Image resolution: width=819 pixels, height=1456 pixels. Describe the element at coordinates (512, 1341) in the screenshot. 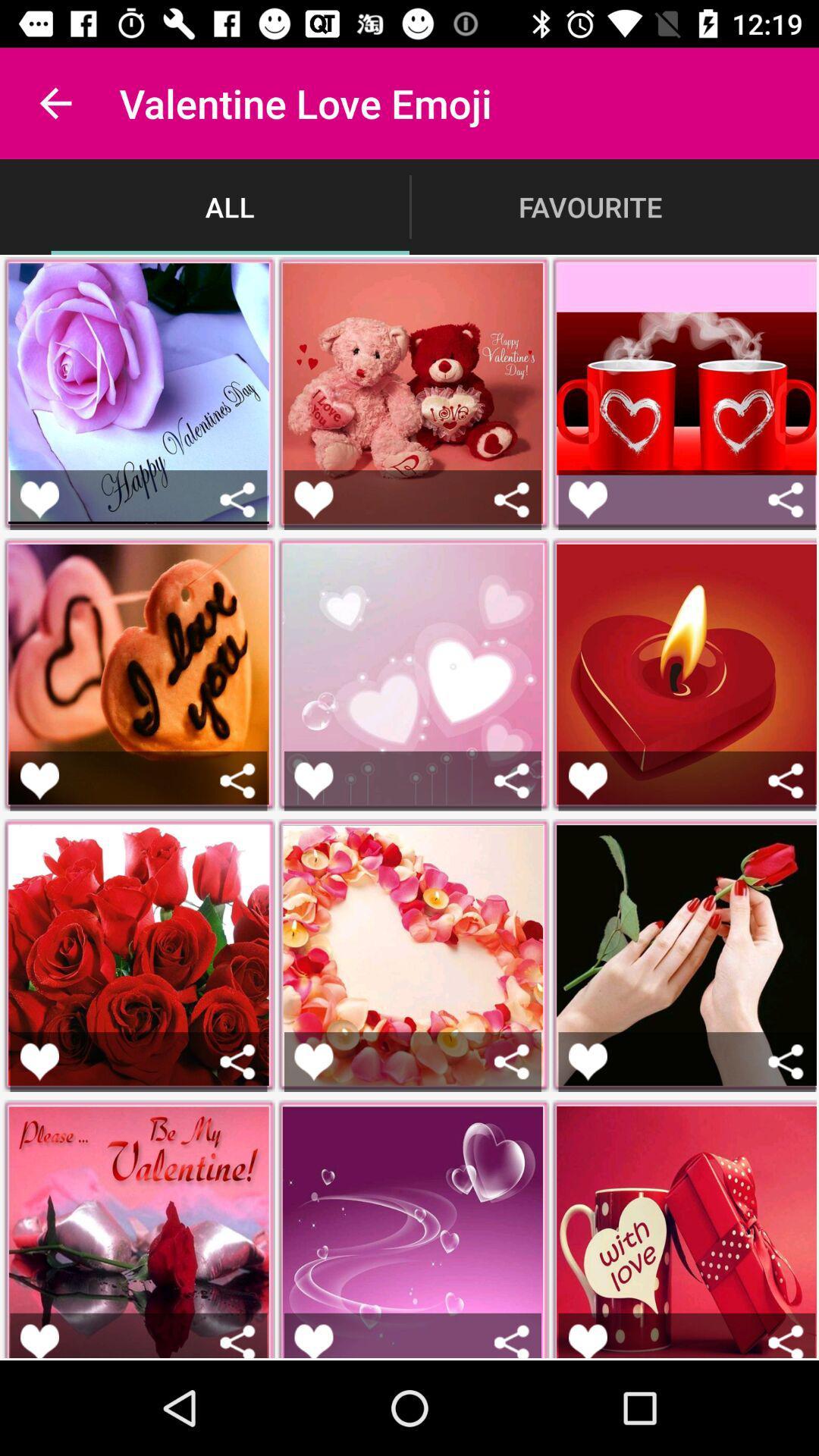

I see `click share` at that location.